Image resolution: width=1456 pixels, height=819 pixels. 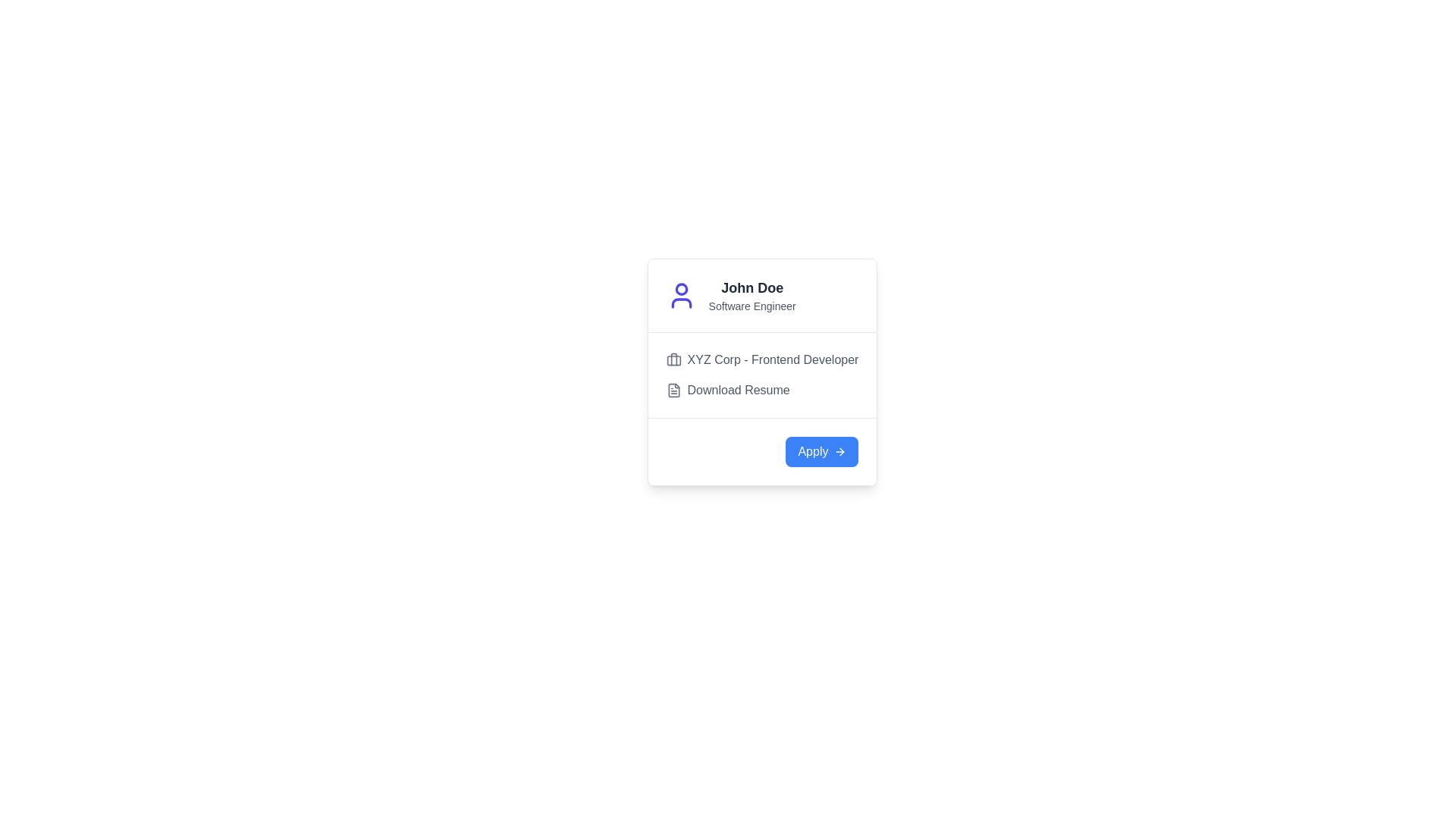 What do you see at coordinates (762, 331) in the screenshot?
I see `the decorative Separator Line that visually separates user details and additional information within the card layout` at bounding box center [762, 331].